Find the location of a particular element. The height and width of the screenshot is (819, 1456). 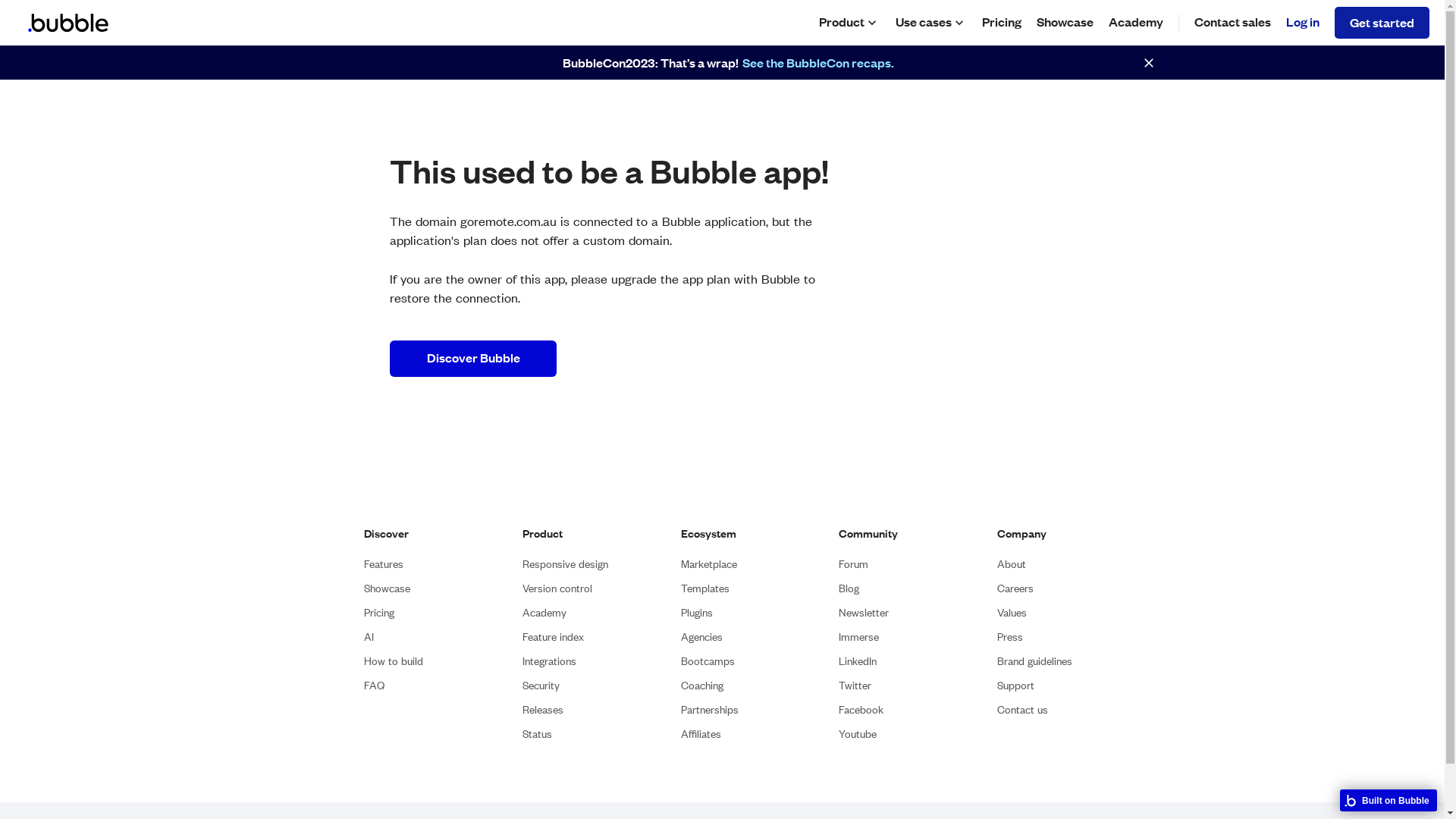

'Contact us' is located at coordinates (1022, 709).